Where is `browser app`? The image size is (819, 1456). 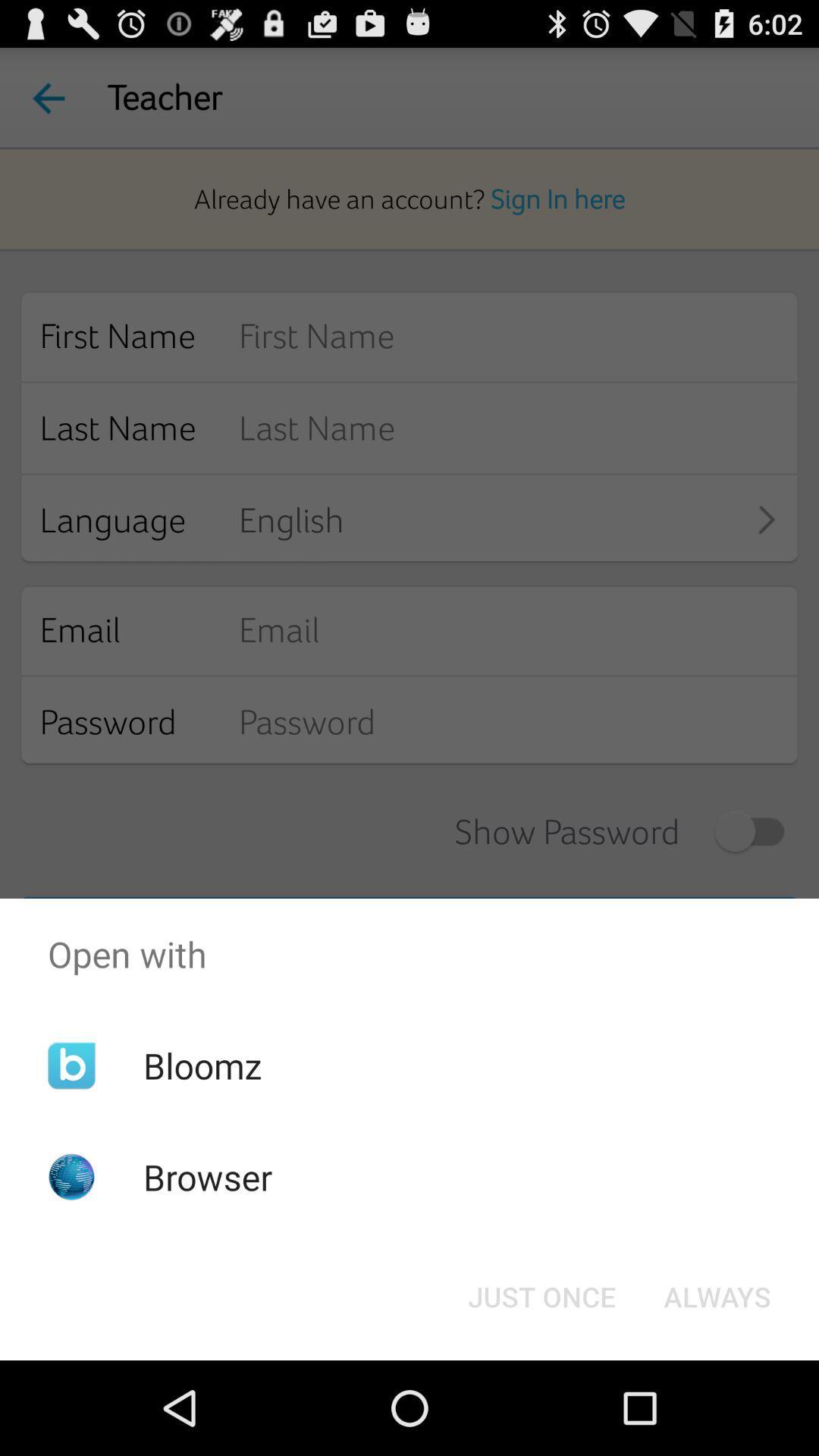 browser app is located at coordinates (208, 1176).